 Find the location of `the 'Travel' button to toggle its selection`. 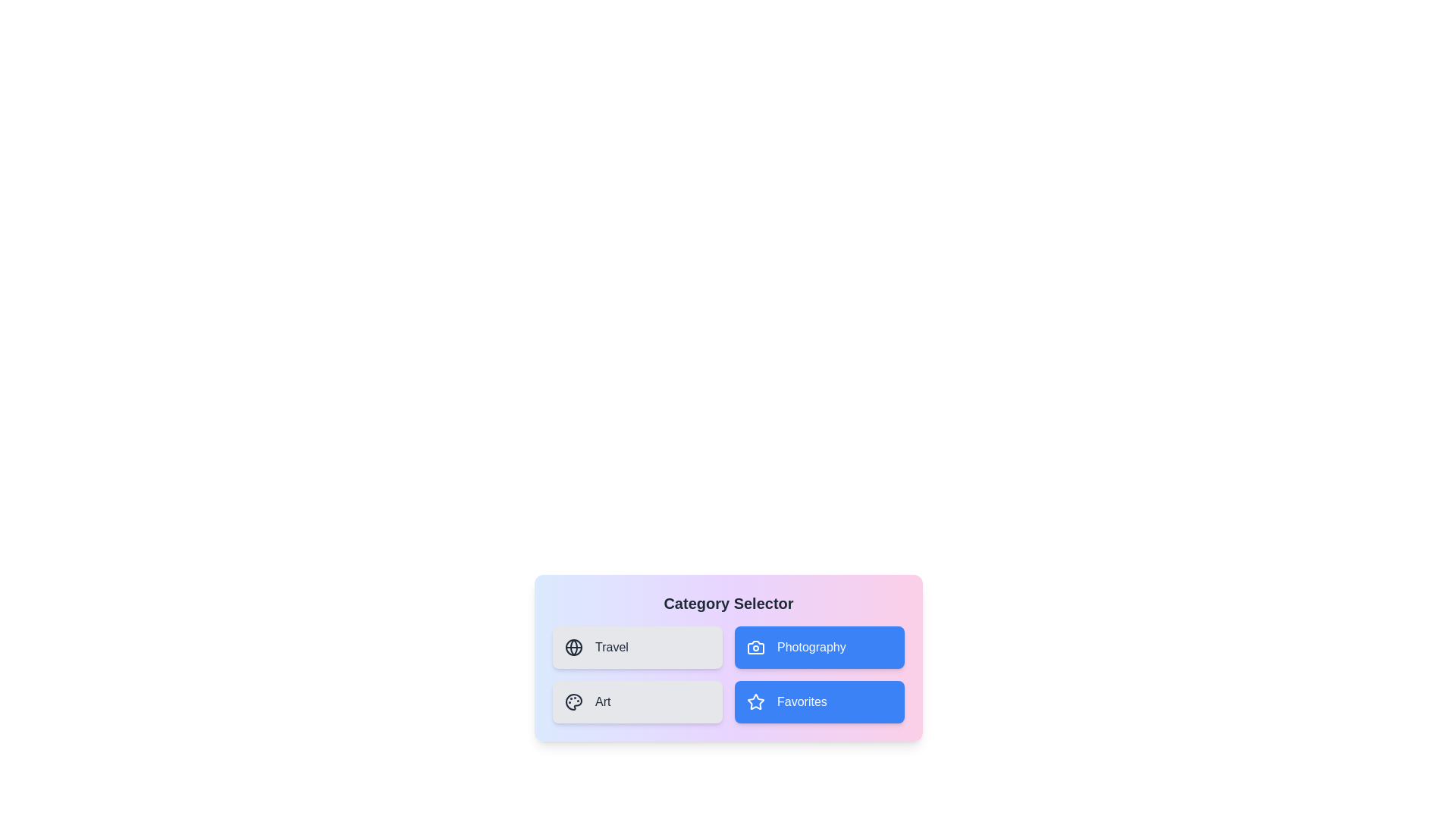

the 'Travel' button to toggle its selection is located at coordinates (637, 647).